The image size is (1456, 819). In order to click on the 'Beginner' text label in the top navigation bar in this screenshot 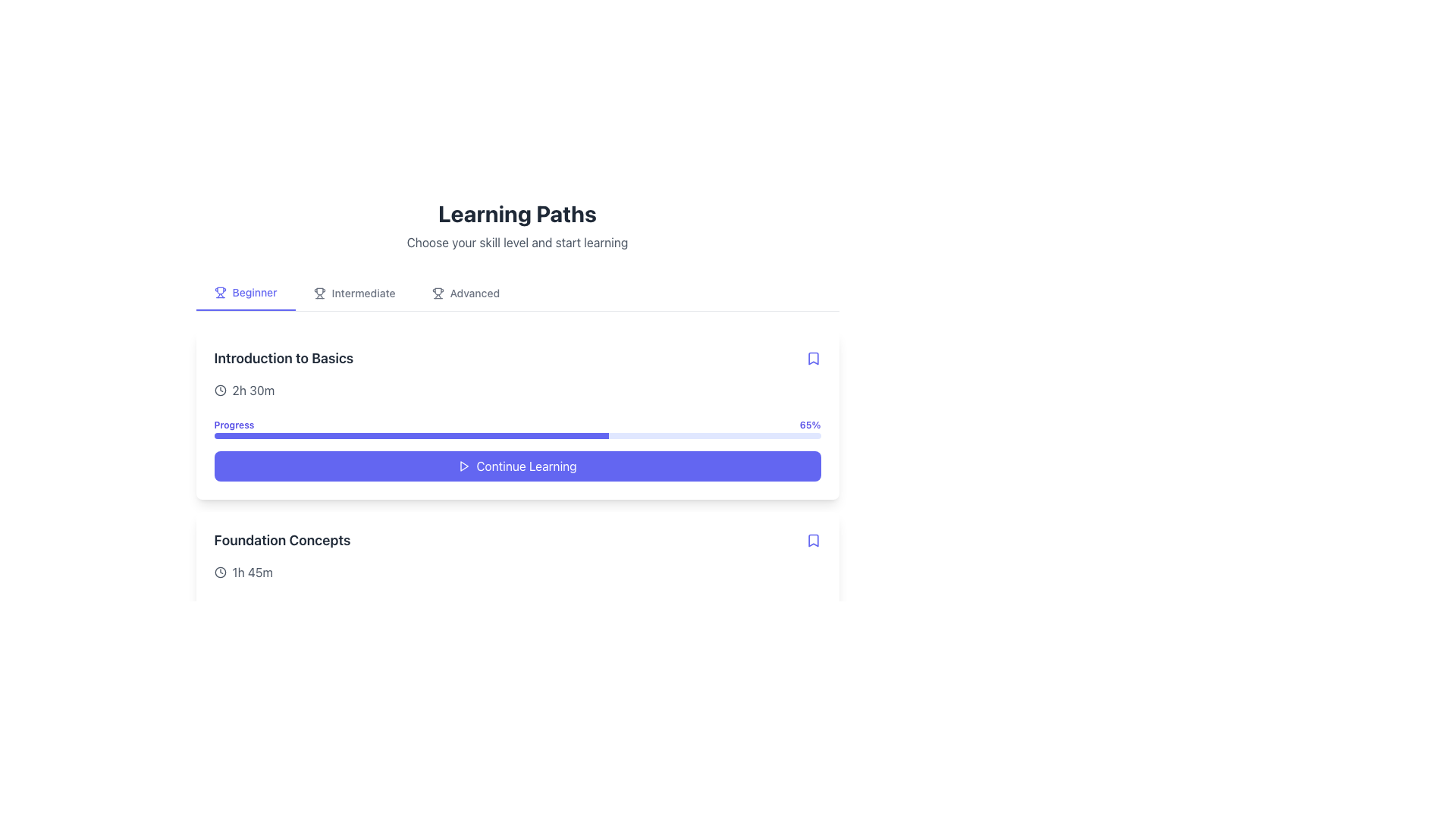, I will do `click(255, 292)`.